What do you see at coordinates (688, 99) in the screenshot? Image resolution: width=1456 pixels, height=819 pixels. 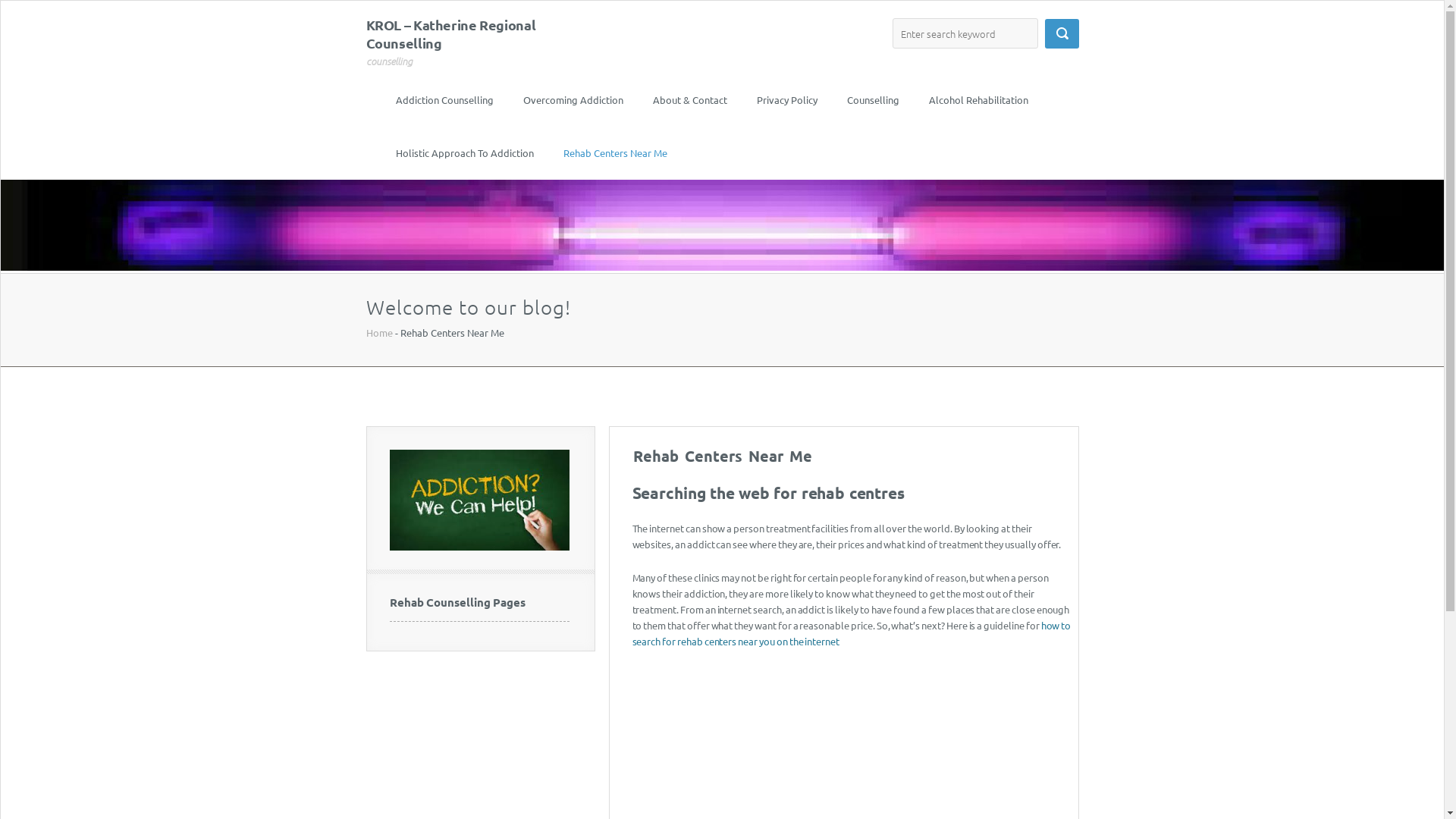 I see `'About & Contact'` at bounding box center [688, 99].